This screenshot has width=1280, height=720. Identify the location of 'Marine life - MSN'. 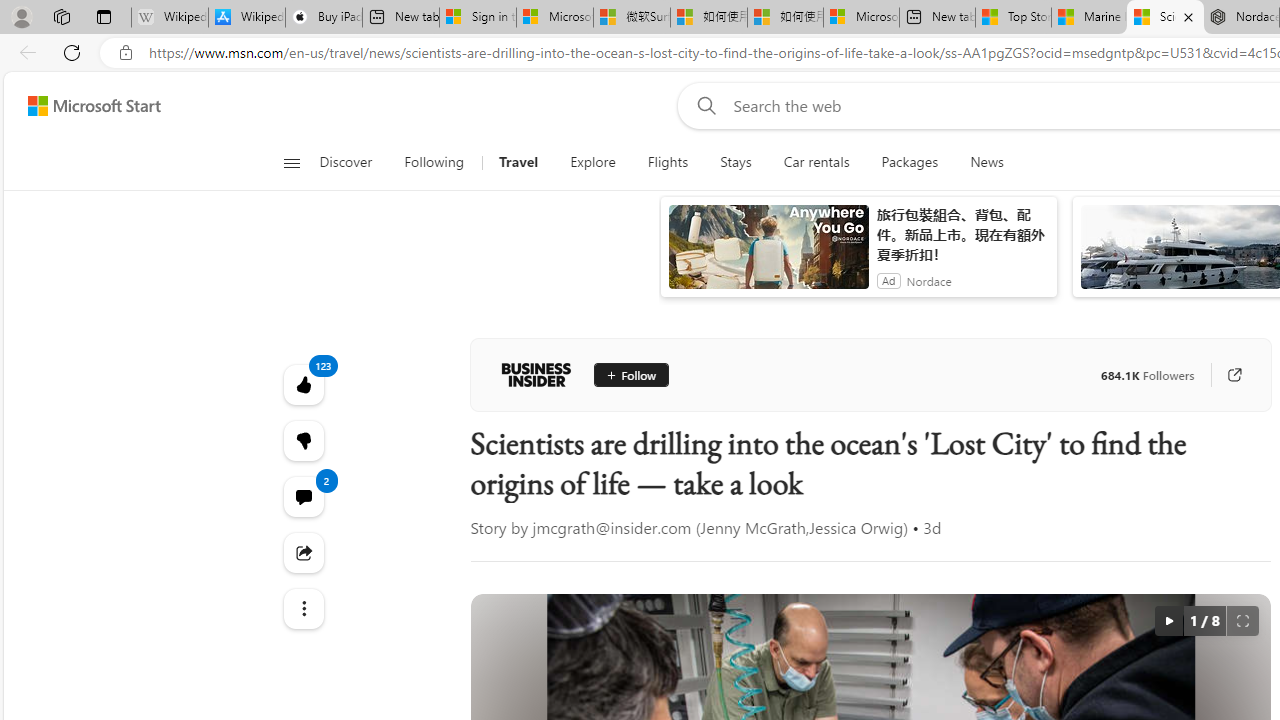
(1088, 17).